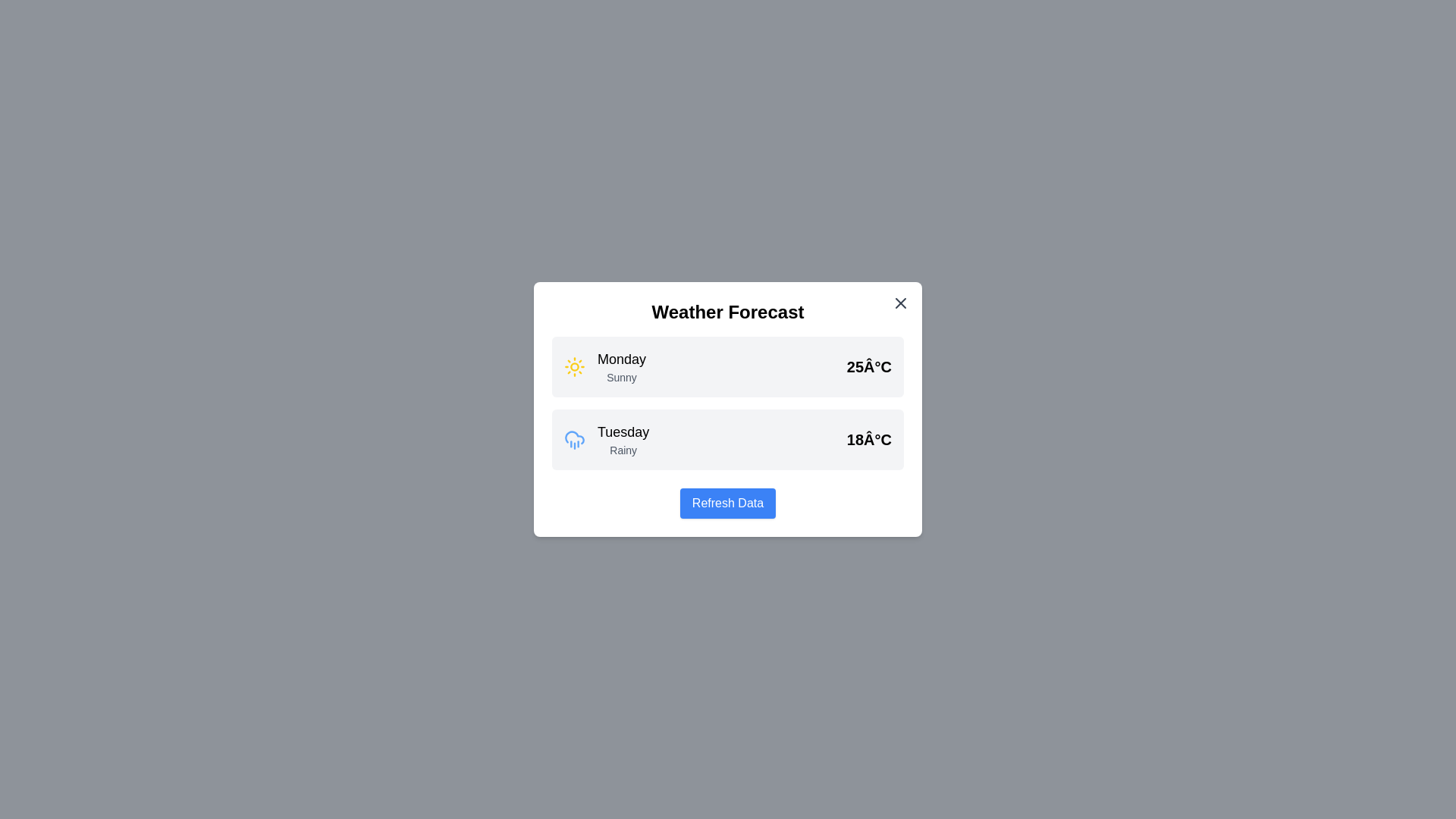 This screenshot has height=819, width=1456. What do you see at coordinates (623, 432) in the screenshot?
I see `text label displaying 'Tuesday', which is styled in bold black font and located in the second entry of the weather forecast display, above the smaller text indicating 'Rainy'` at bounding box center [623, 432].